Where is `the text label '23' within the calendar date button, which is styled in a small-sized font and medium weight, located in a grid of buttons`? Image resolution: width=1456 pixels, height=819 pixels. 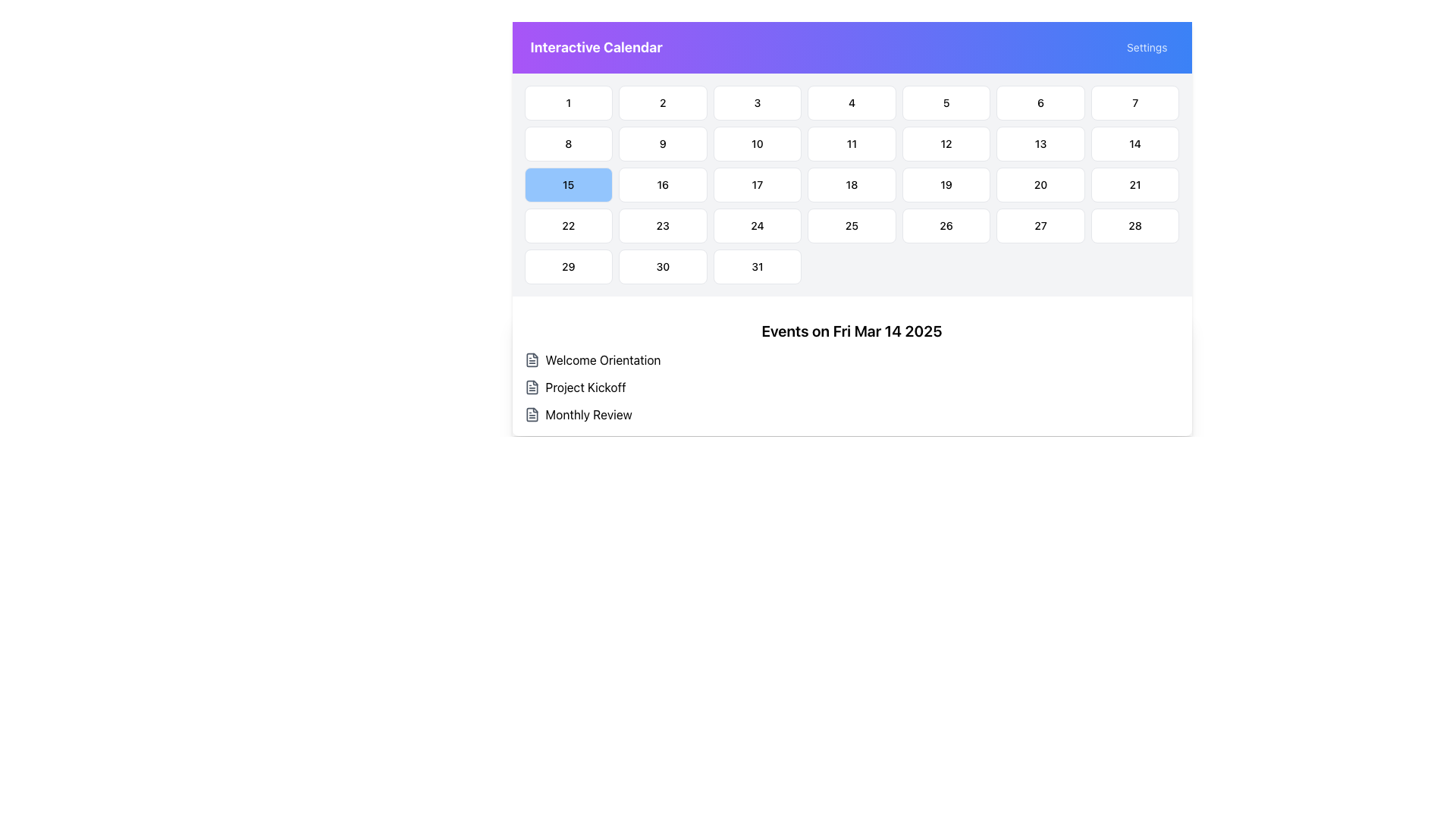 the text label '23' within the calendar date button, which is styled in a small-sized font and medium weight, located in a grid of buttons is located at coordinates (663, 225).